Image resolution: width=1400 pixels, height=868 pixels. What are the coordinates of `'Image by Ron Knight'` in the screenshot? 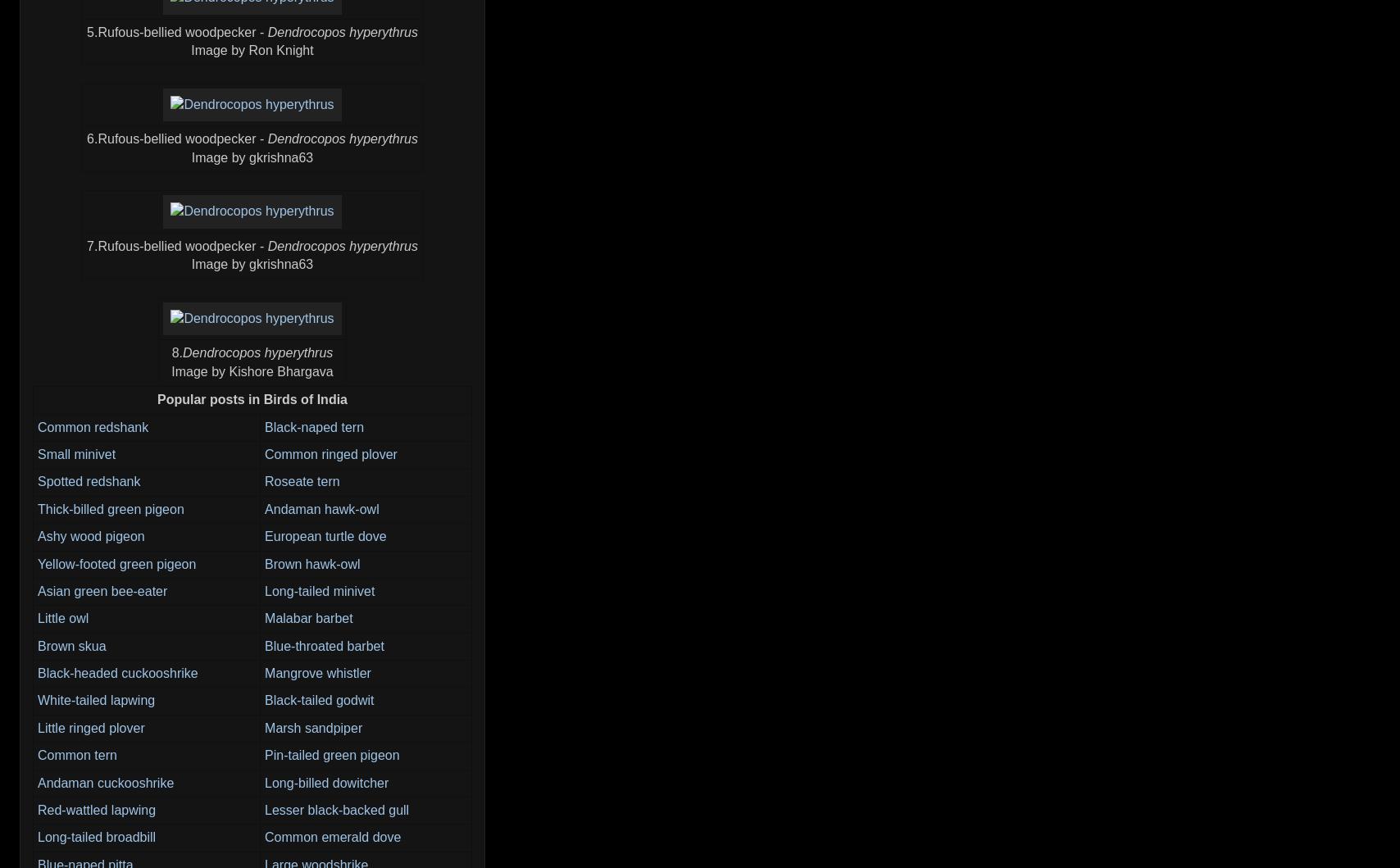 It's located at (190, 50).